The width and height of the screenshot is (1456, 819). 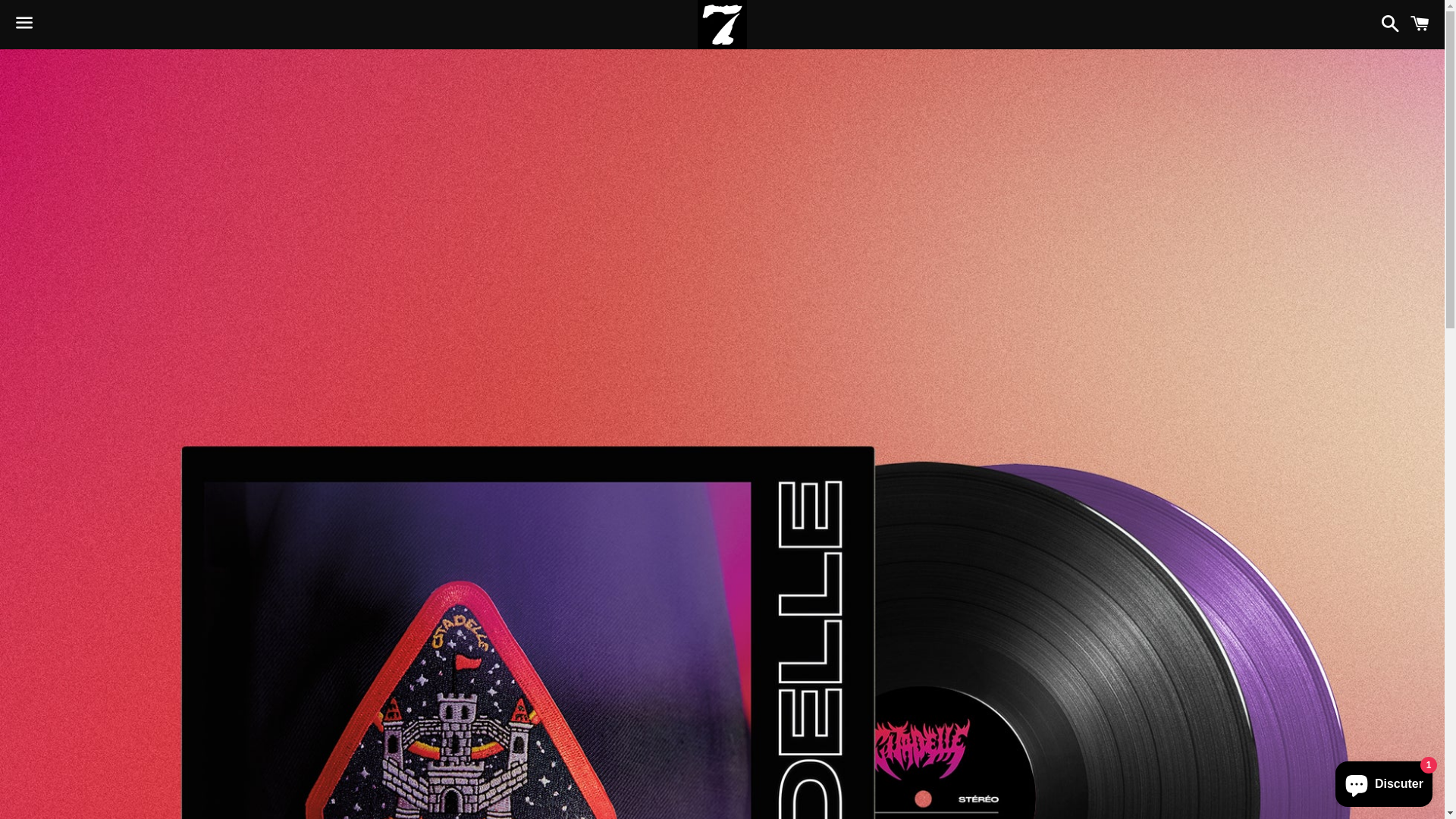 What do you see at coordinates (7, 25) in the screenshot?
I see `'Menu'` at bounding box center [7, 25].